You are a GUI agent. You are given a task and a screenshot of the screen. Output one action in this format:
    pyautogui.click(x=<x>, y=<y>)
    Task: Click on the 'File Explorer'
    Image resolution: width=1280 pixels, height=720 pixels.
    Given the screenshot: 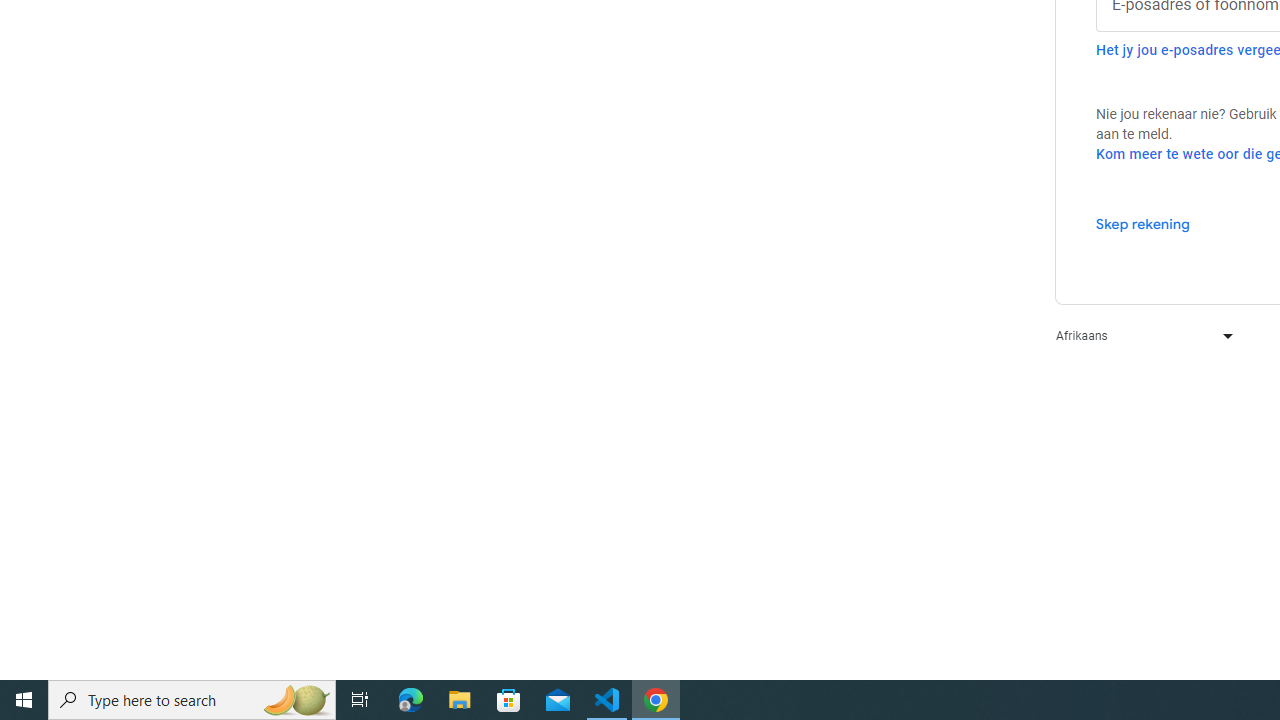 What is the action you would take?
    pyautogui.click(x=459, y=698)
    